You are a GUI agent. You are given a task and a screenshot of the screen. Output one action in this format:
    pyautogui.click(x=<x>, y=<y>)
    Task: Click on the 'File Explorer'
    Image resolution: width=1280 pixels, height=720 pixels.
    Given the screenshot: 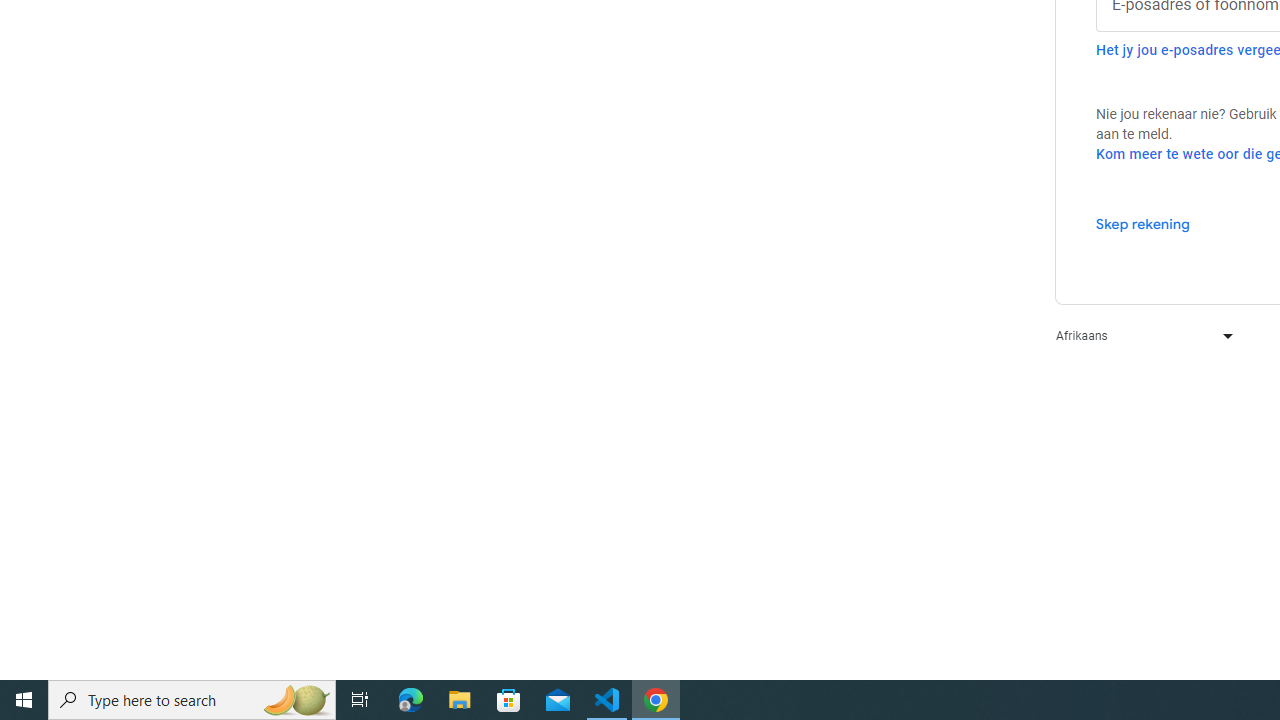 What is the action you would take?
    pyautogui.click(x=459, y=698)
    